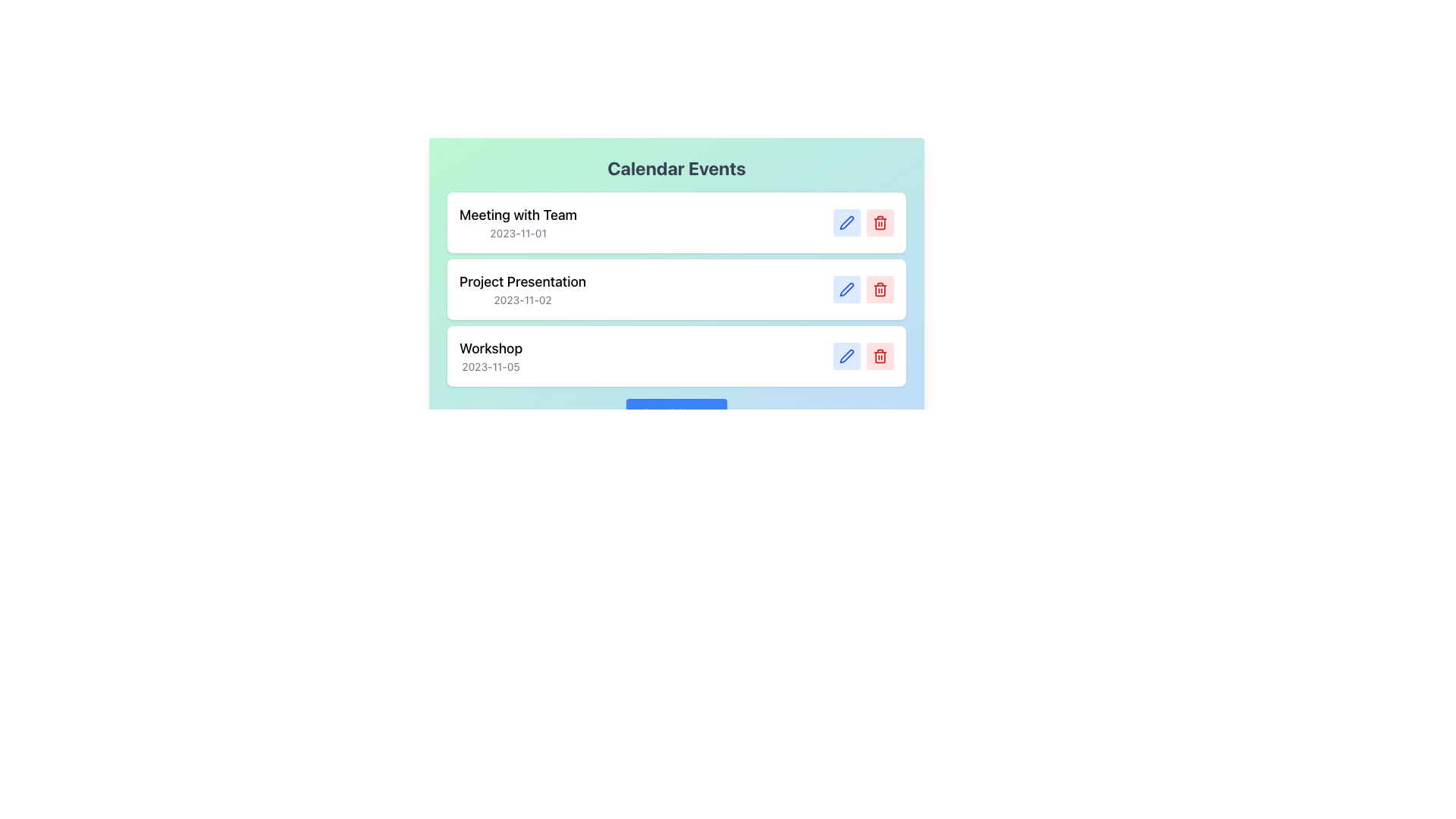  I want to click on the pen-like icon in the light blue button located in the first row under the 'Meeting with Team' event, so click(846, 222).